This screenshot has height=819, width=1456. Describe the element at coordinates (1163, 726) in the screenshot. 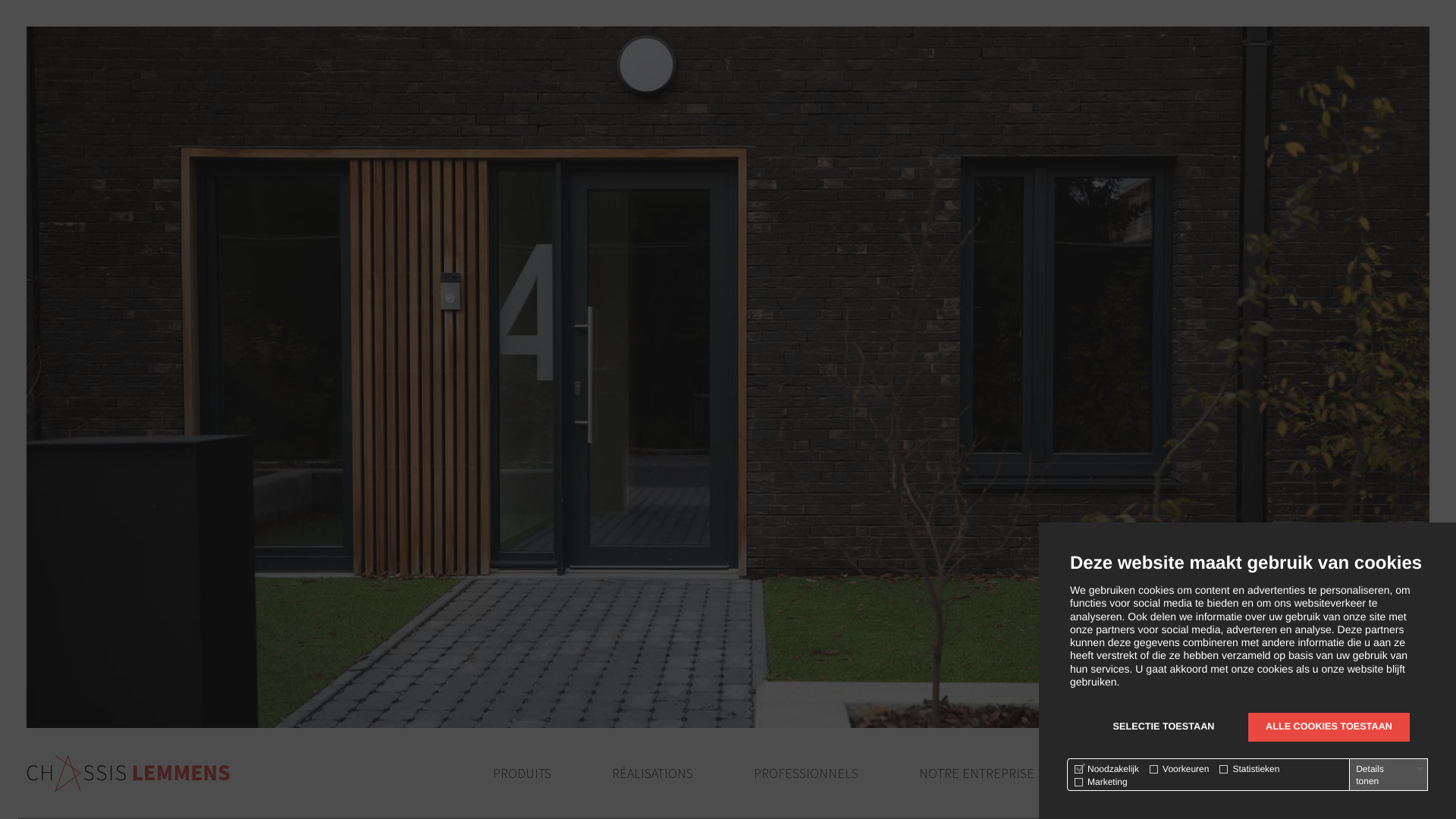

I see `'SELECTIE TOESTAAN'` at that location.